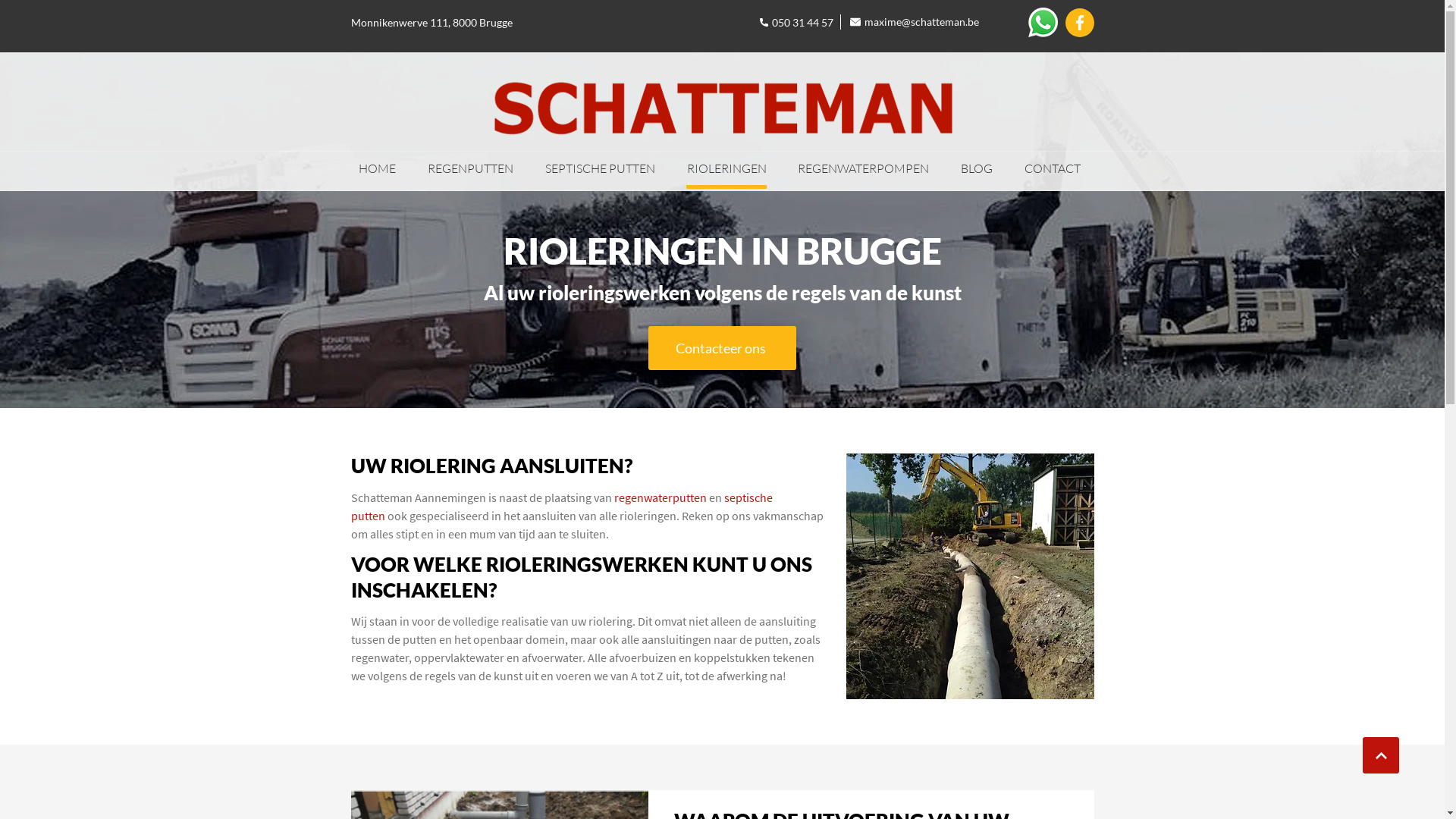  I want to click on 'REGENWATERPOMPEN', so click(863, 170).